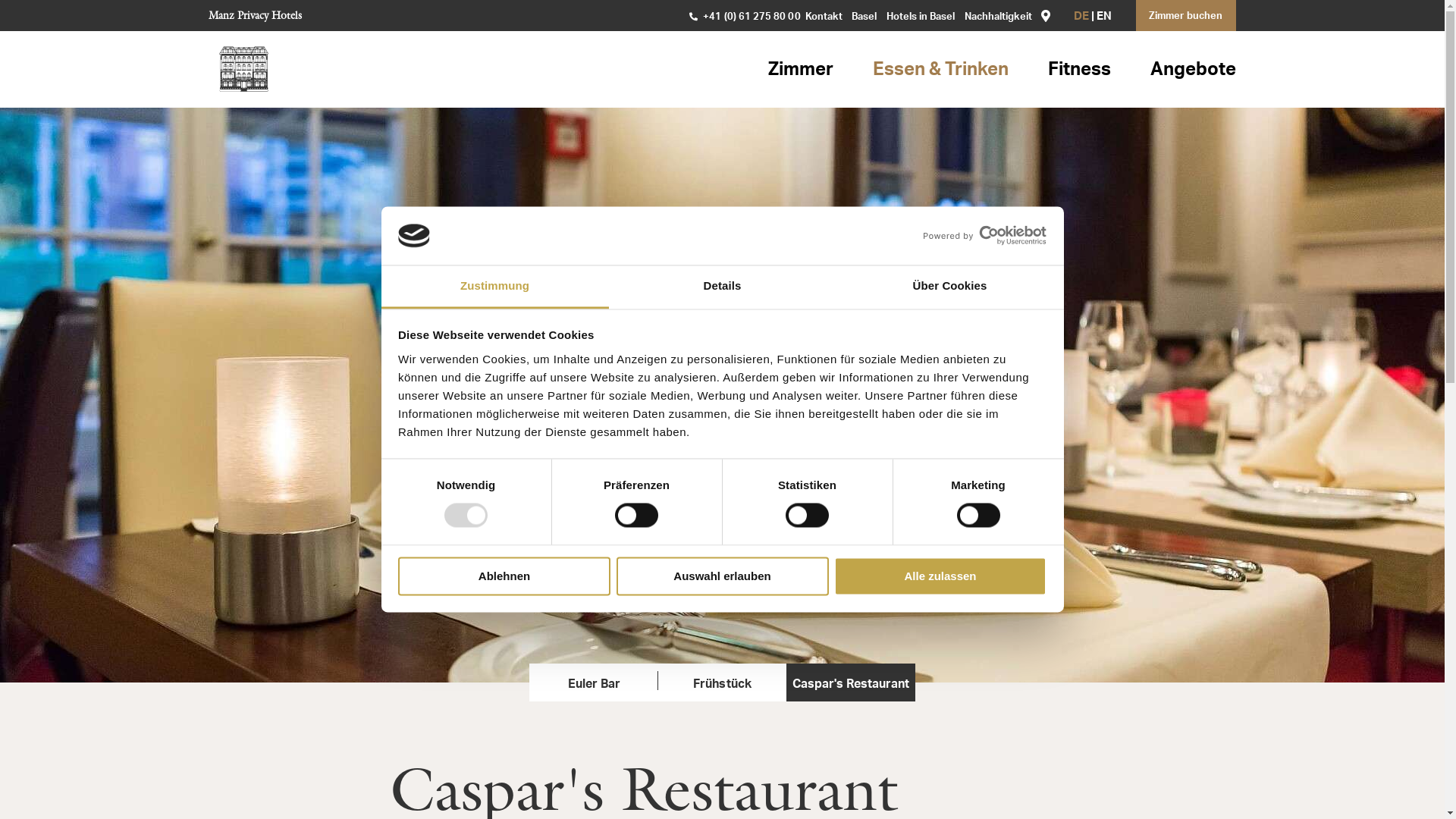 This screenshot has height=819, width=1456. Describe the element at coordinates (833, 576) in the screenshot. I see `'Alle zulassen'` at that location.